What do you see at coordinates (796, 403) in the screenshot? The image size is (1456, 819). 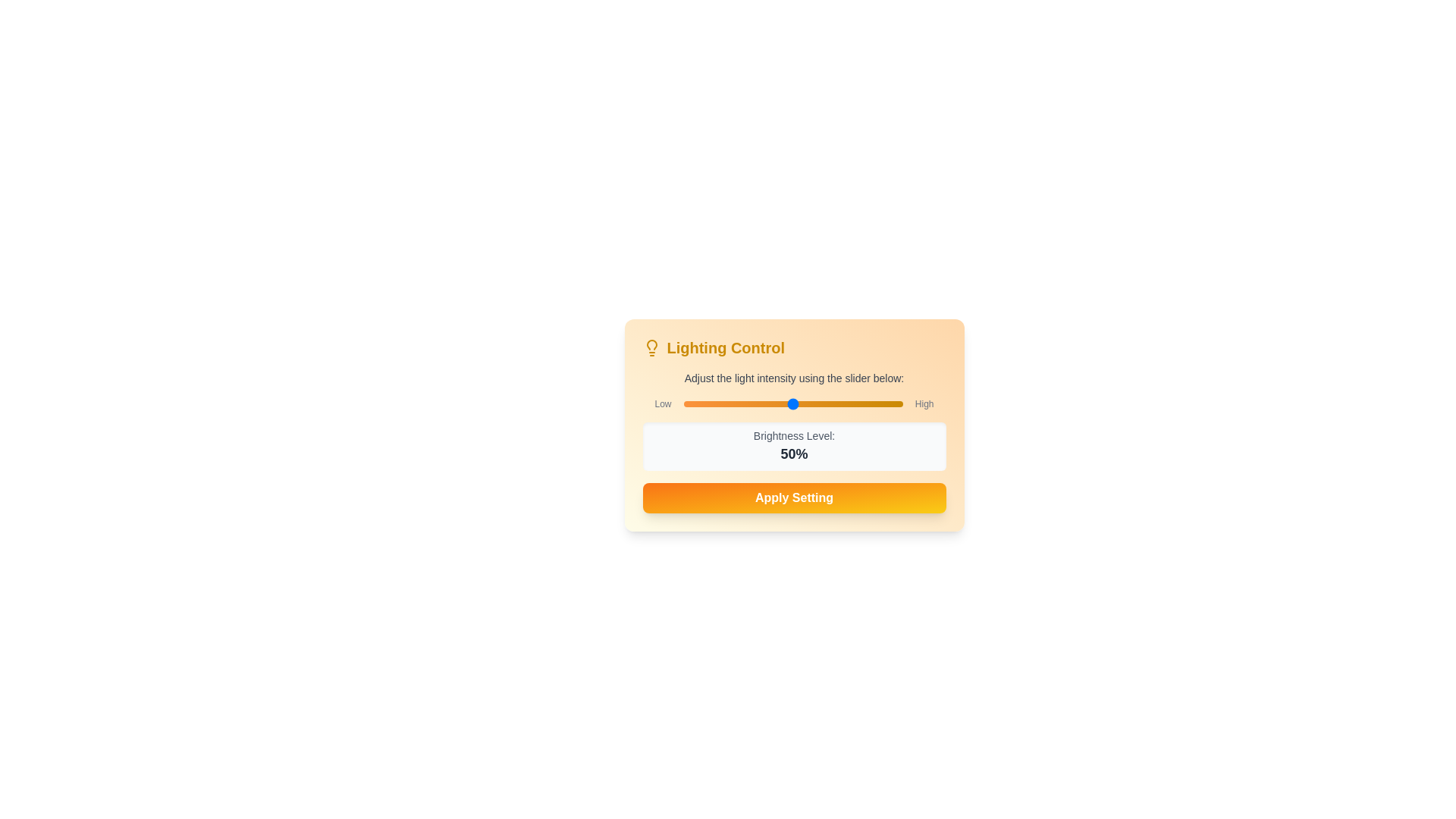 I see `brightness` at bounding box center [796, 403].